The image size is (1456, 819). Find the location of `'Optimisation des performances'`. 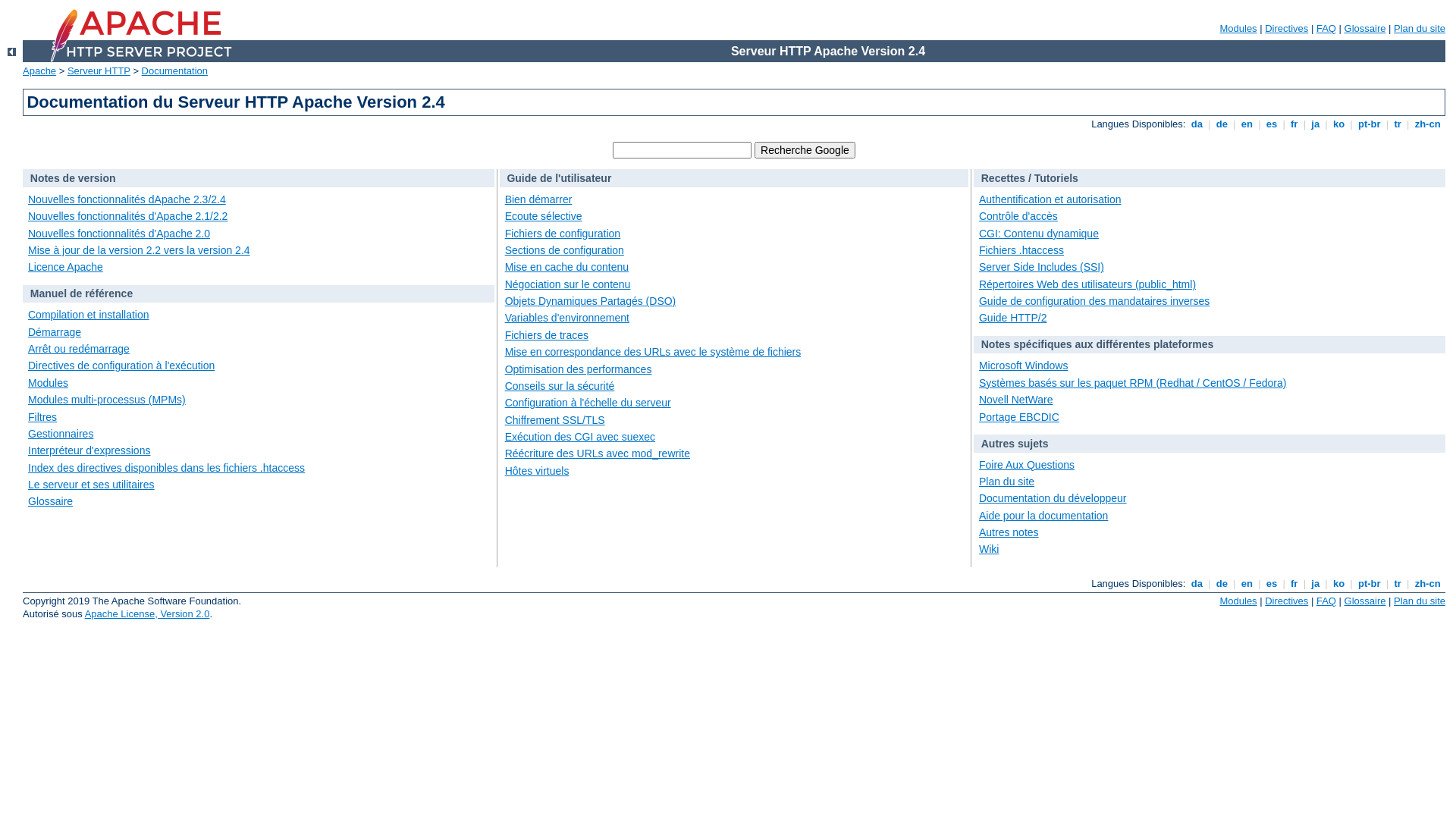

'Optimisation des performances' is located at coordinates (578, 369).